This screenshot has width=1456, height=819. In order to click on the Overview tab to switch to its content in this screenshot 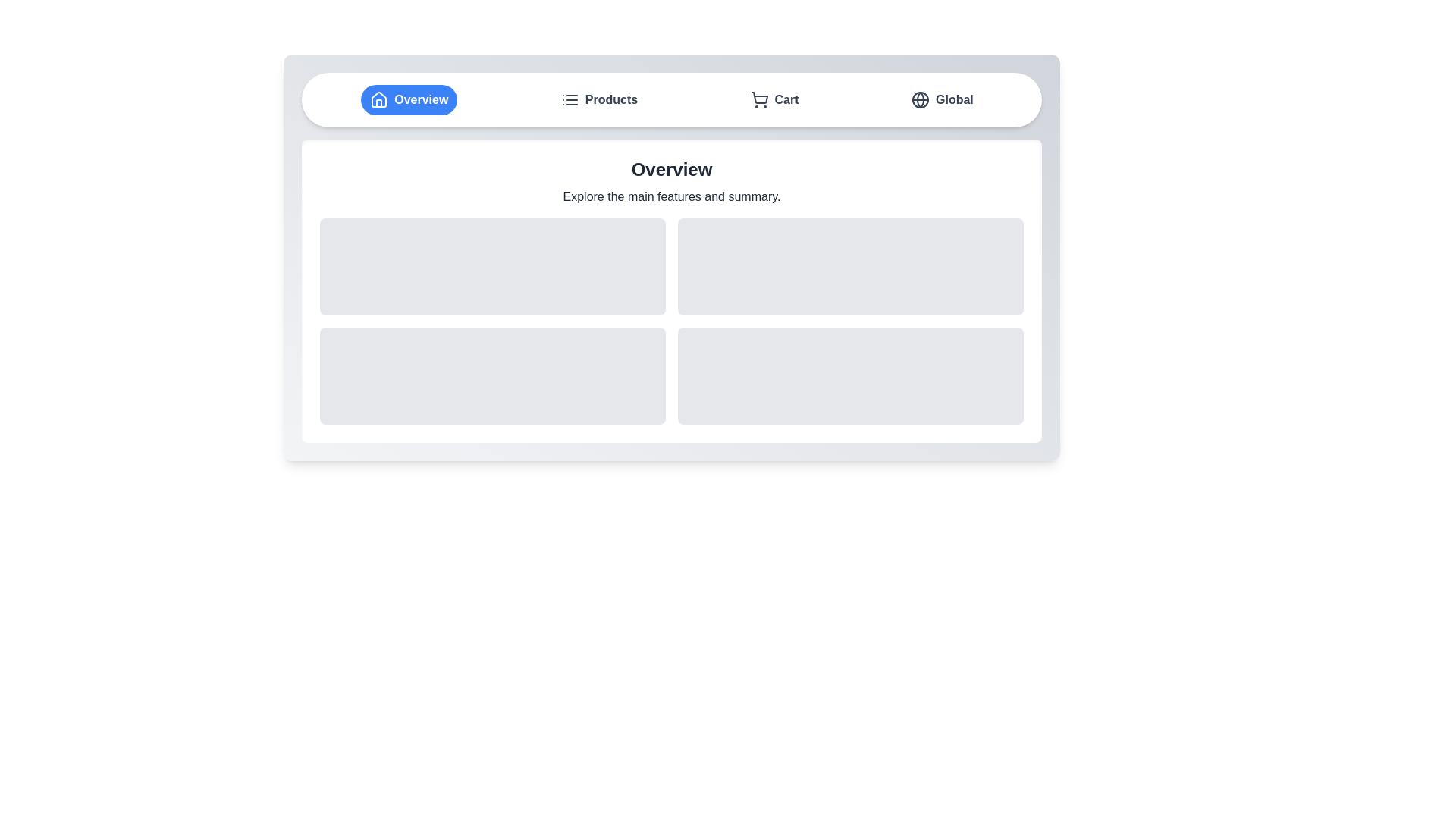, I will do `click(409, 99)`.